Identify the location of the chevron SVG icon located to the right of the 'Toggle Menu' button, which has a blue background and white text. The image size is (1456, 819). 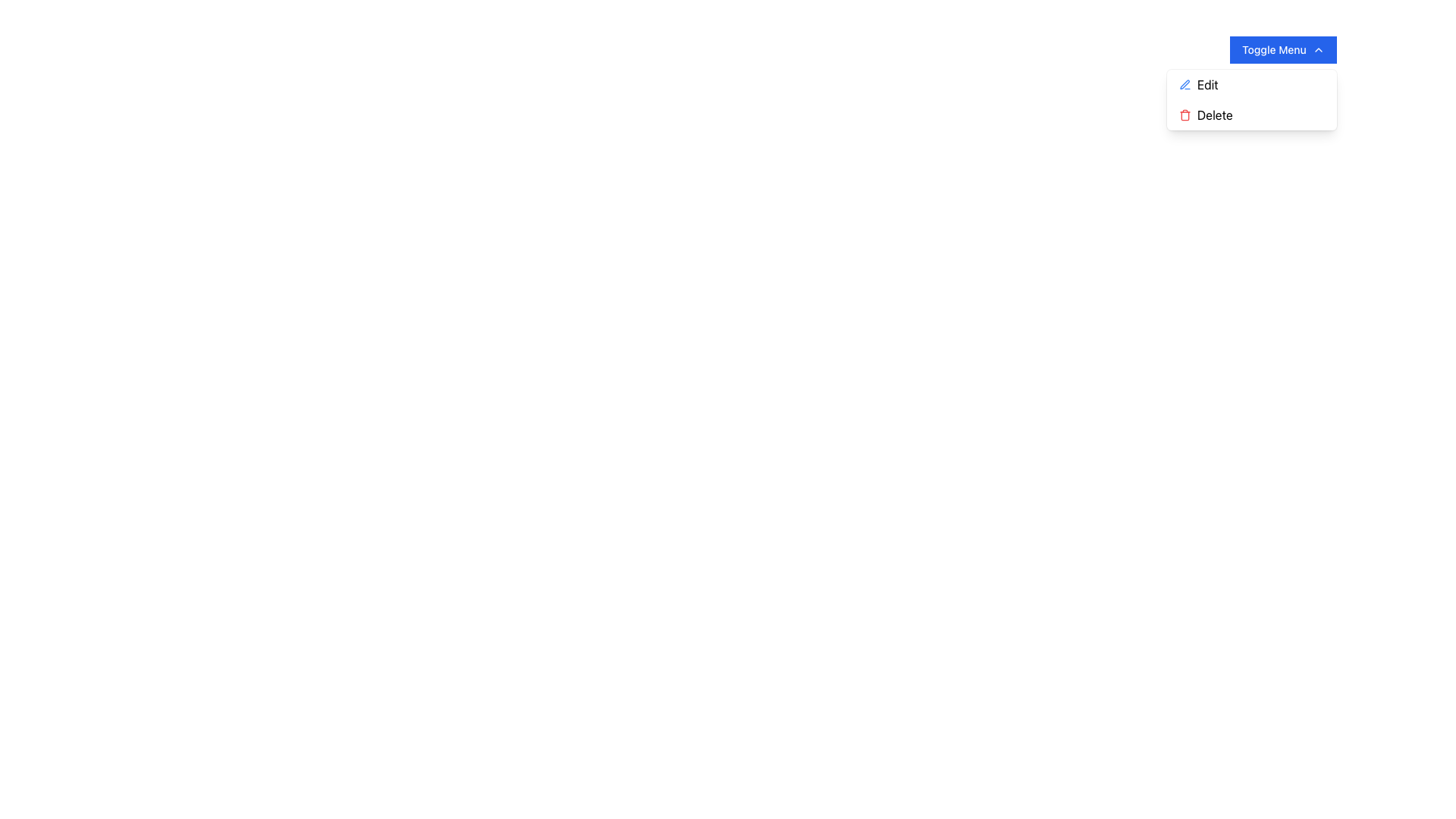
(1317, 49).